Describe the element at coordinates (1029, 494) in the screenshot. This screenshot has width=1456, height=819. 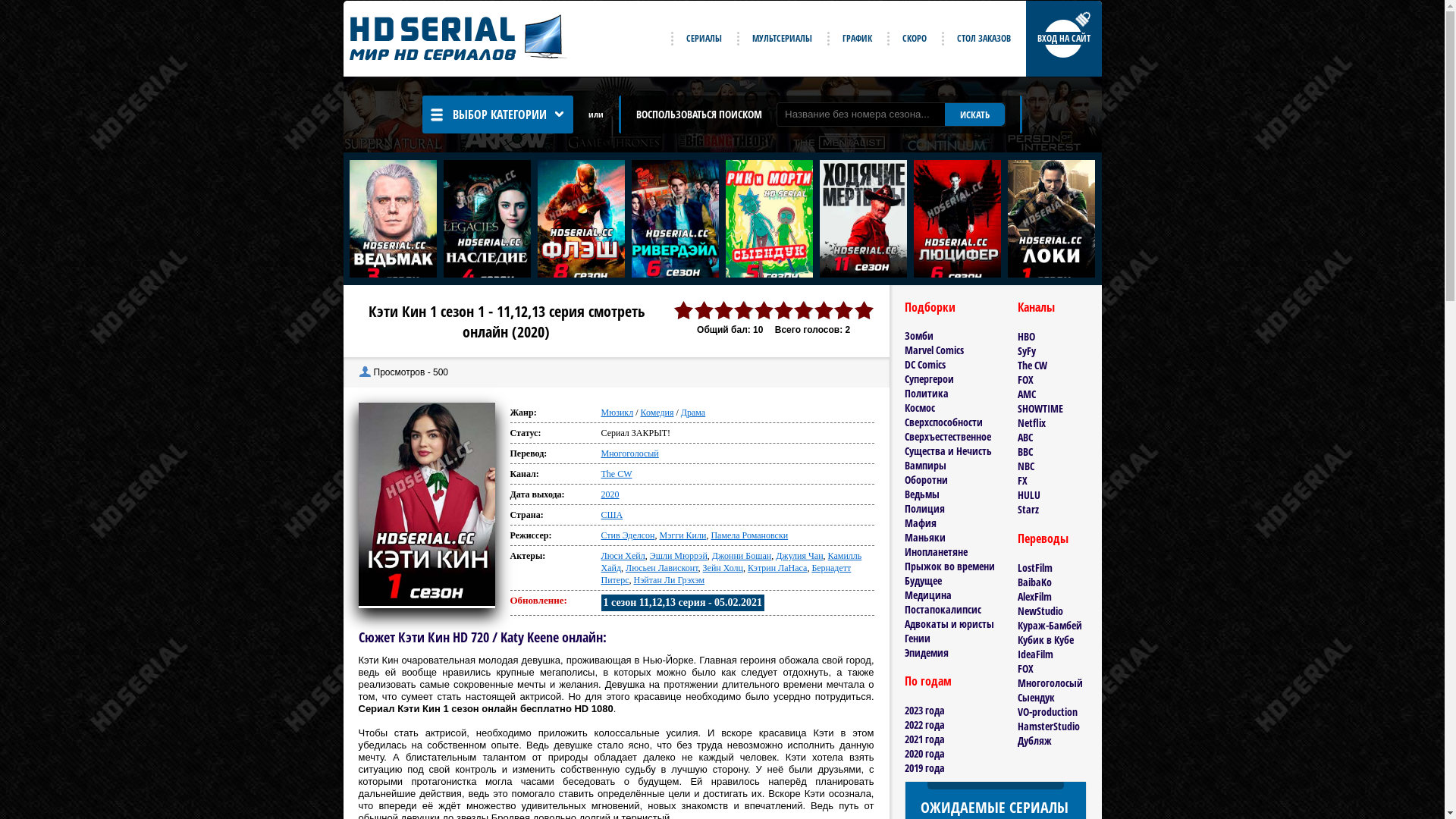
I see `'HULU'` at that location.